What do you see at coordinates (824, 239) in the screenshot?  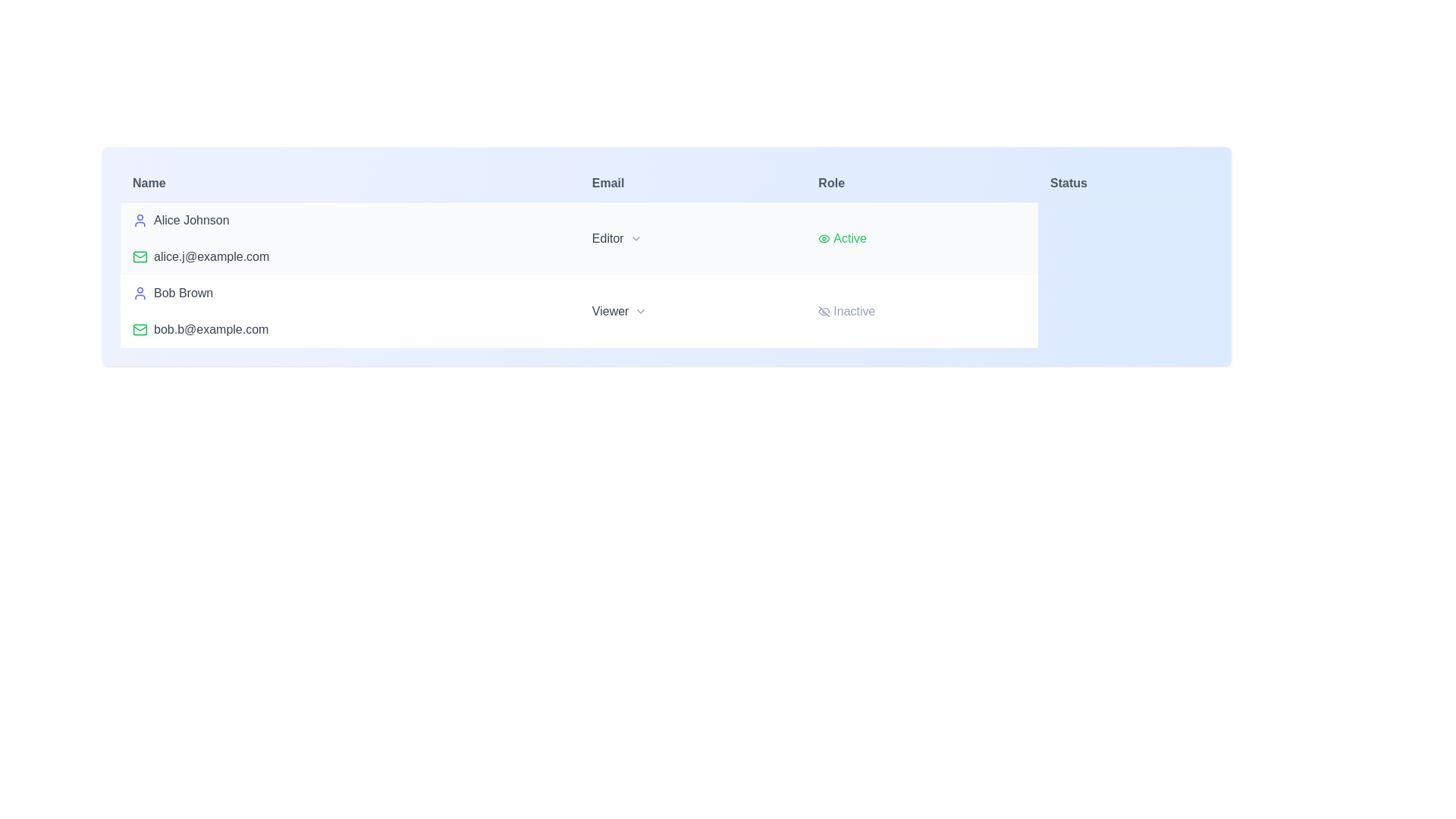 I see `the SVG icon indicating 'Active' status, located in the 'Role' column of the user details table, next to the 'Active' label` at bounding box center [824, 239].